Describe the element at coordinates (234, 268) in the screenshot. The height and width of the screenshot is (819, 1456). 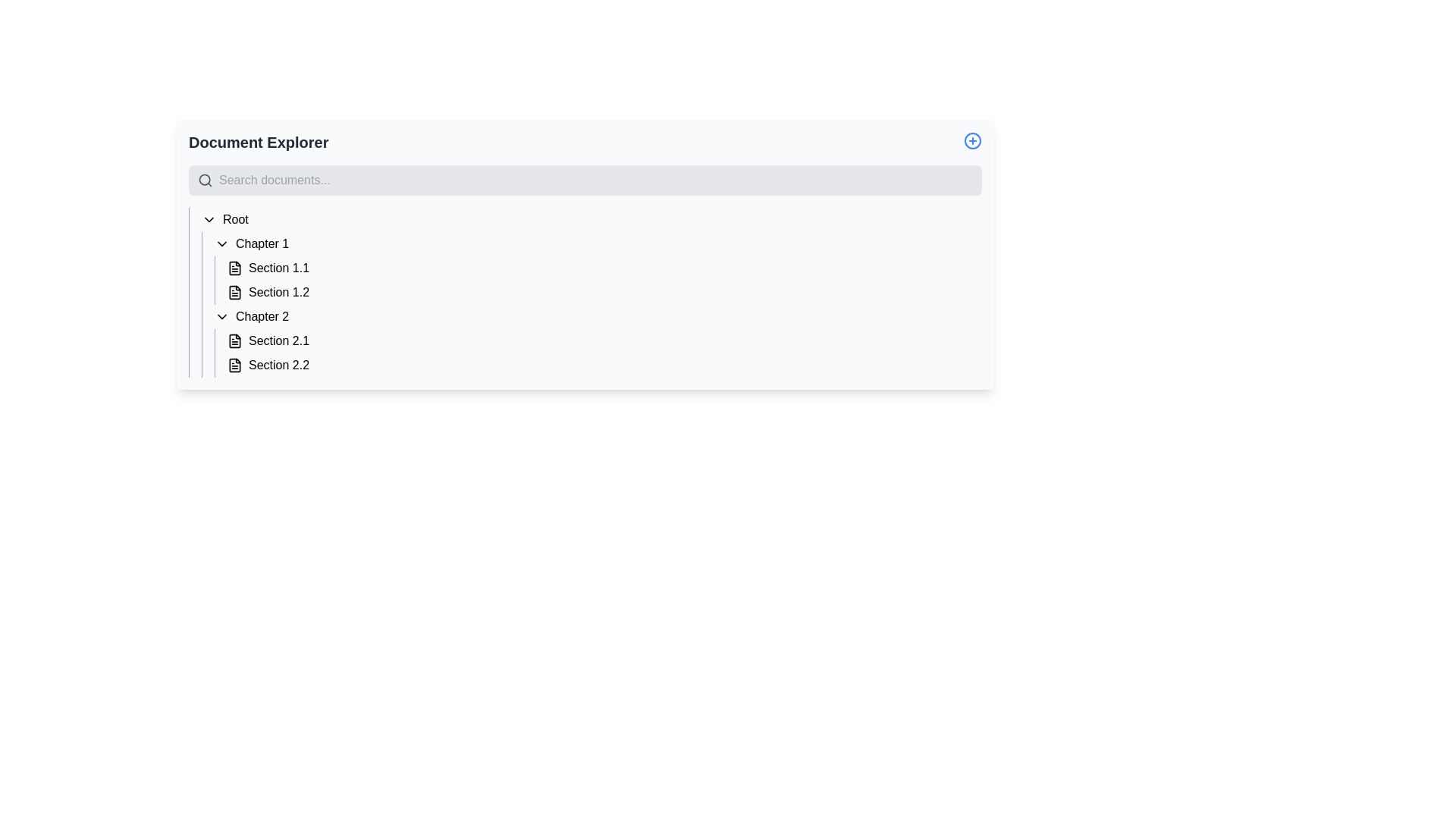
I see `the document icon representing 'Section 1.1' in the Document Explorer, located under 'Chapter 1'` at that location.